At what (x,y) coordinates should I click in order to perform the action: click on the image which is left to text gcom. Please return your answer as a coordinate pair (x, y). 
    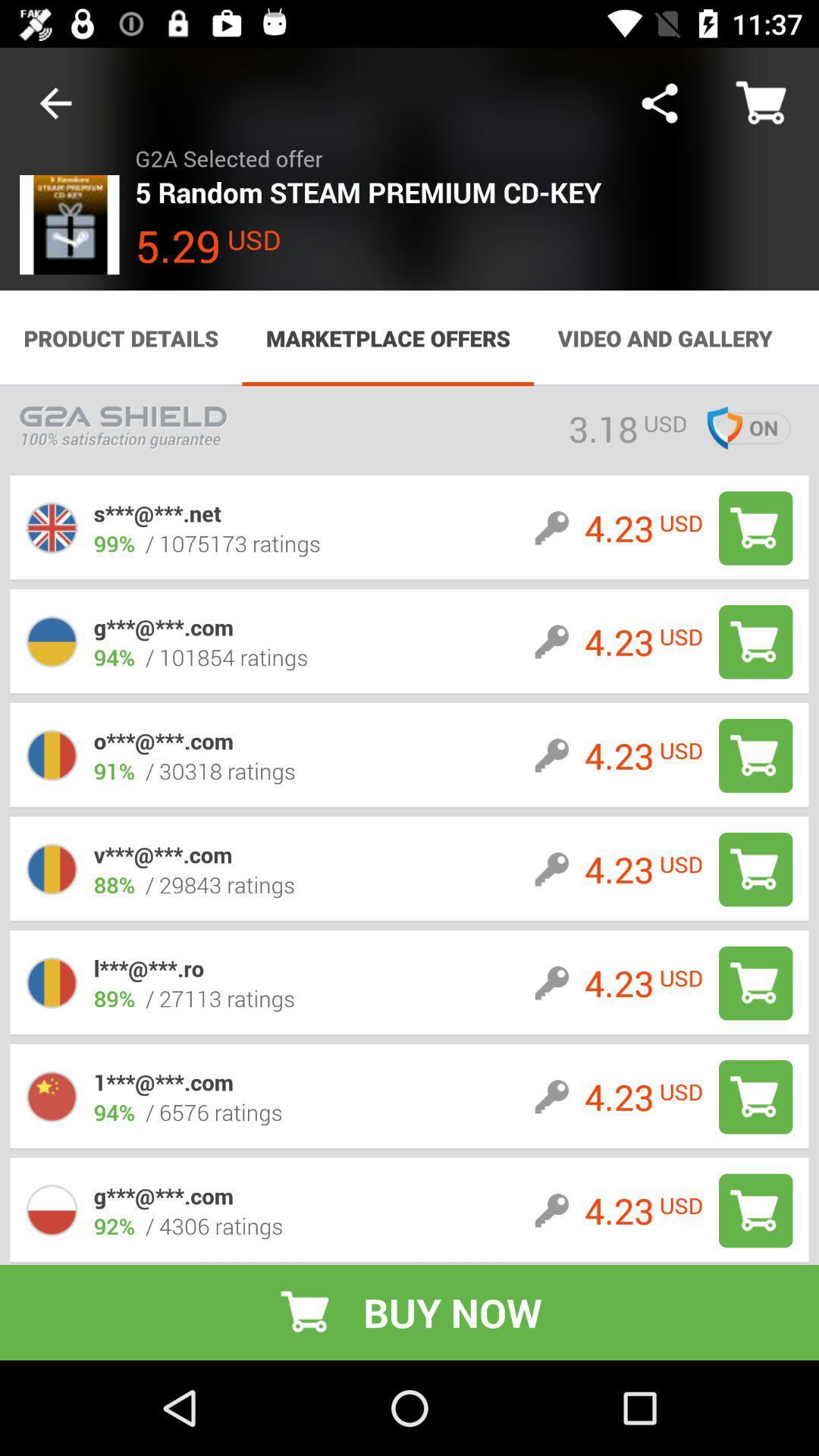
    Looking at the image, I should click on (52, 642).